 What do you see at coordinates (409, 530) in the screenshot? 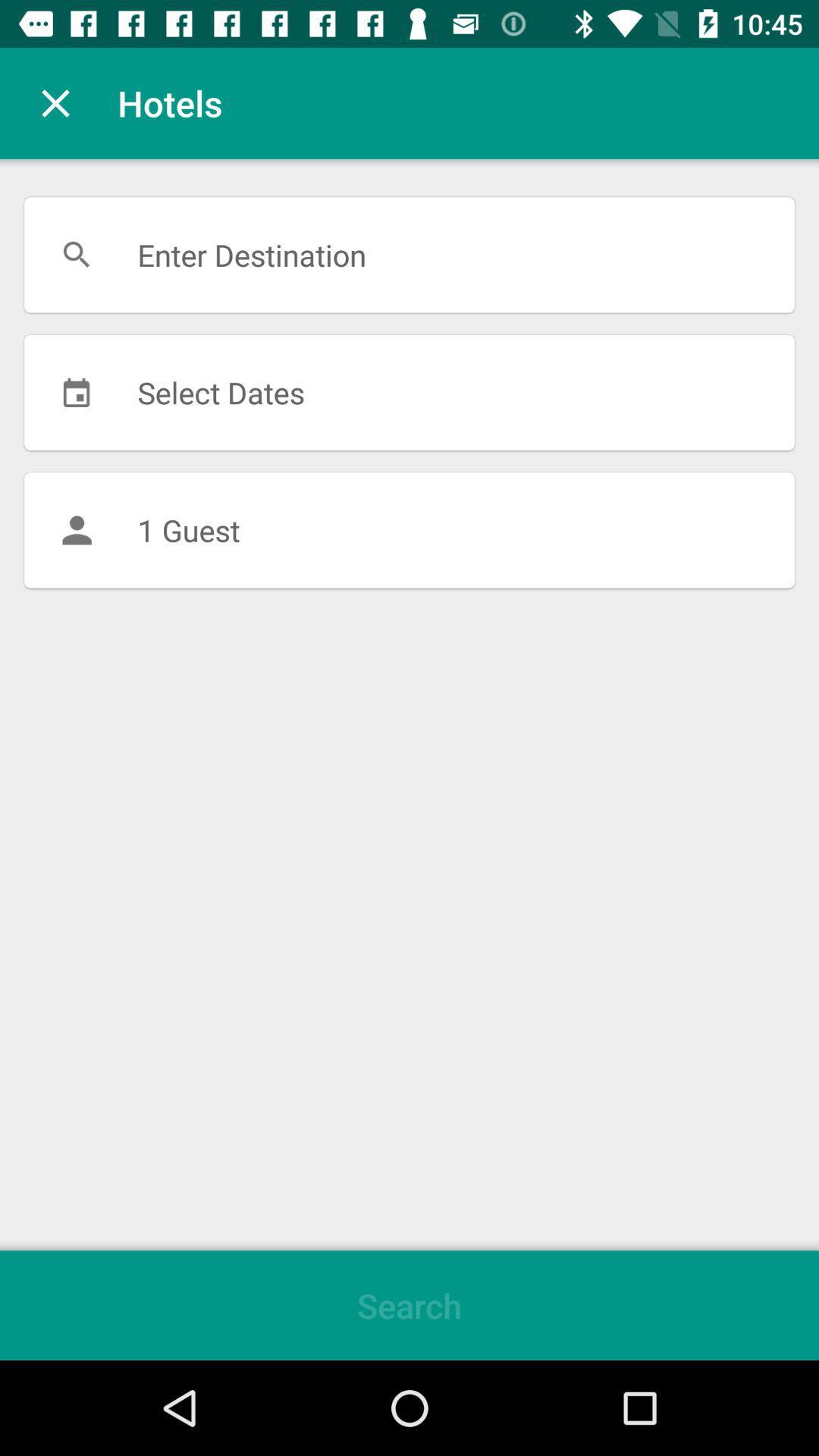
I see `the 1 guest item` at bounding box center [409, 530].